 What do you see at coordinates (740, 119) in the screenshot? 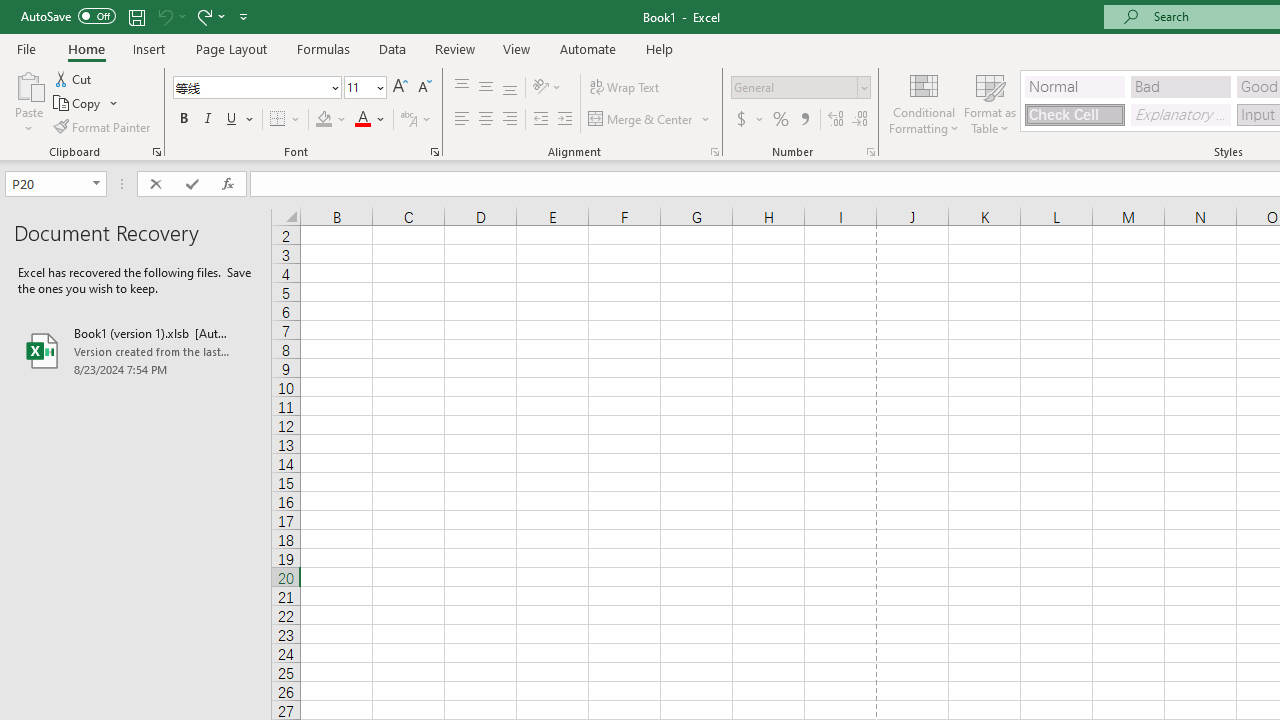
I see `'Accounting Number Format'` at bounding box center [740, 119].